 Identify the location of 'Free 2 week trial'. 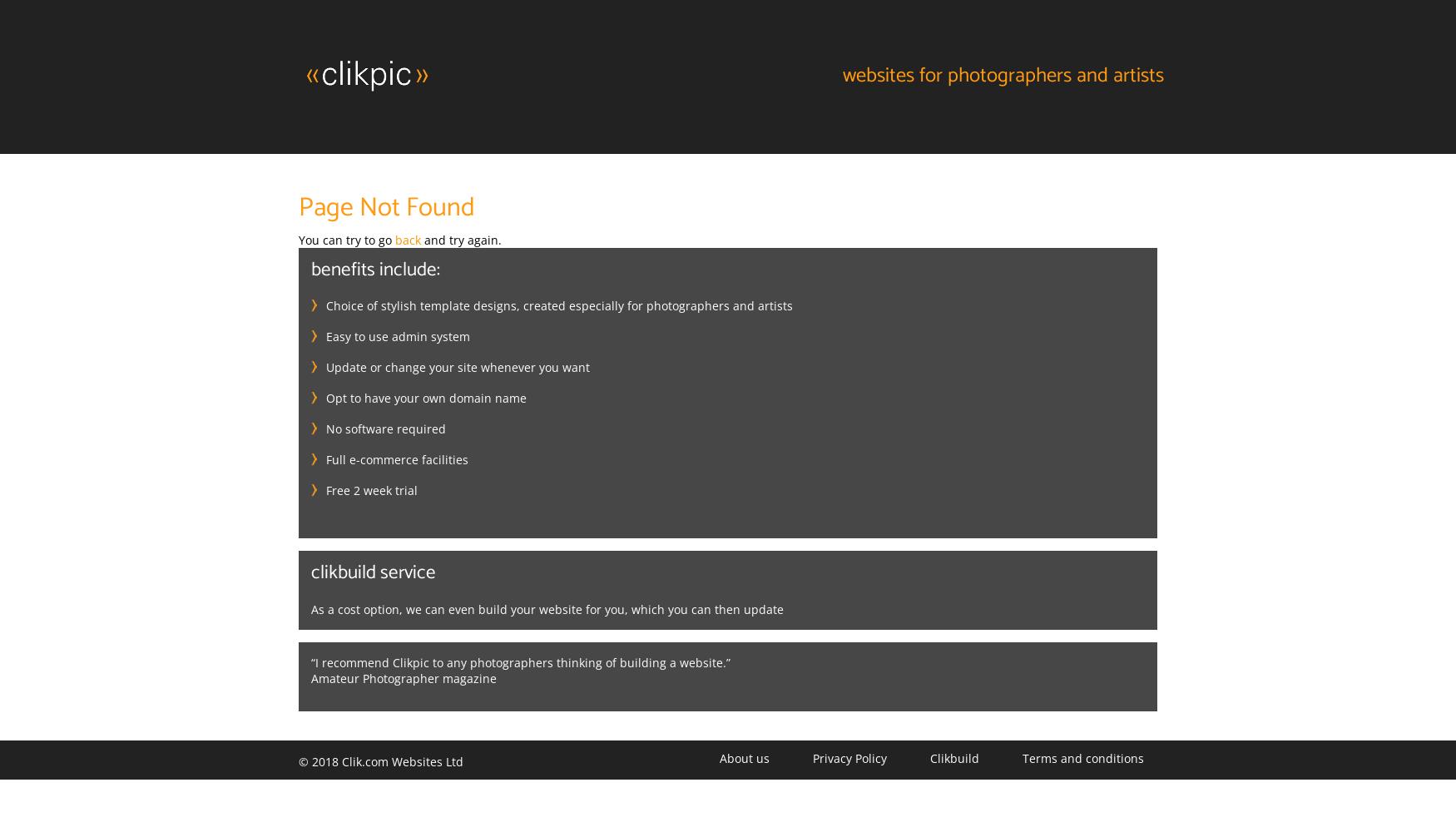
(371, 488).